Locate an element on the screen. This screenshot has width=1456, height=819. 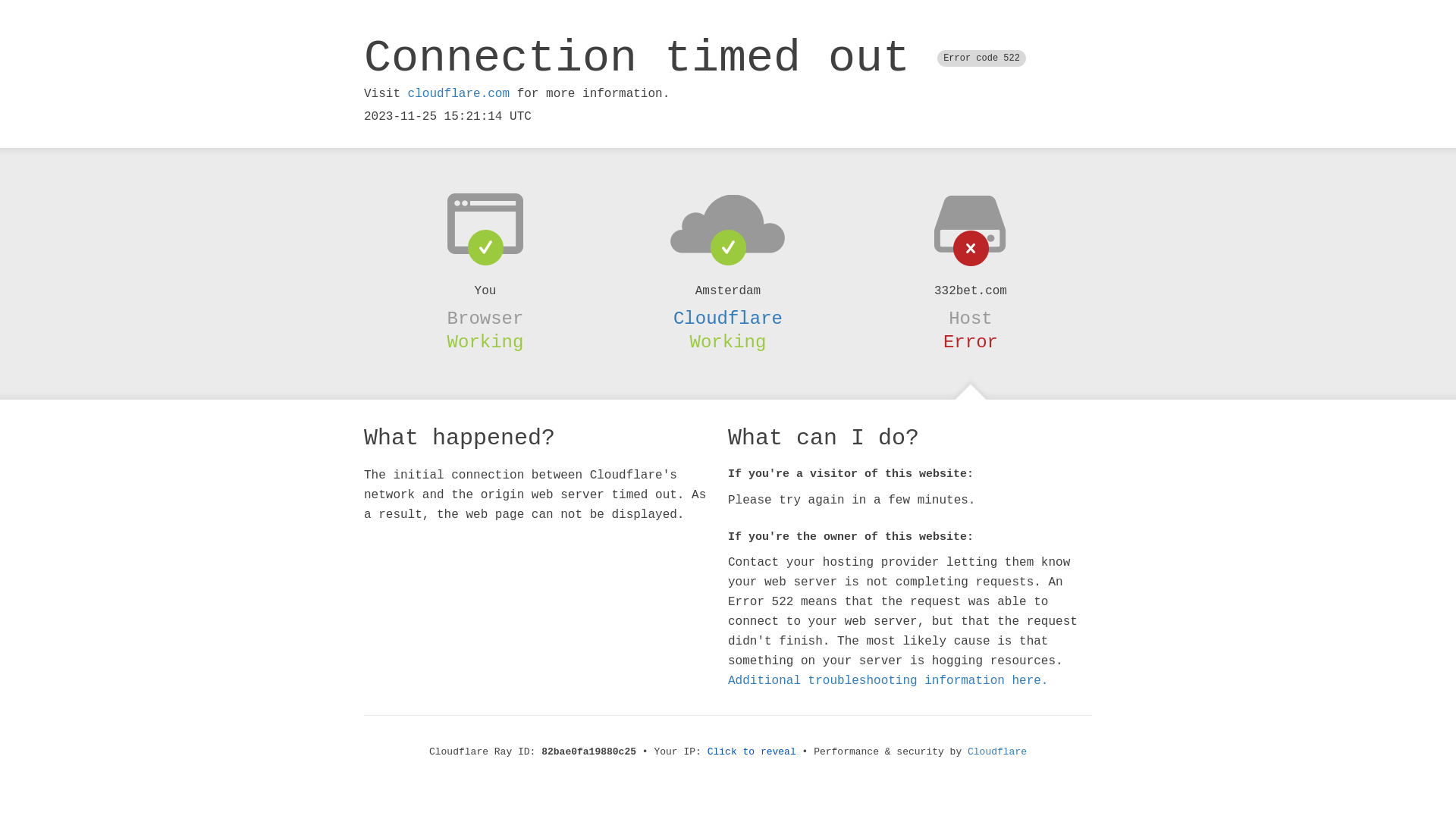
'Cloudflare' is located at coordinates (997, 752).